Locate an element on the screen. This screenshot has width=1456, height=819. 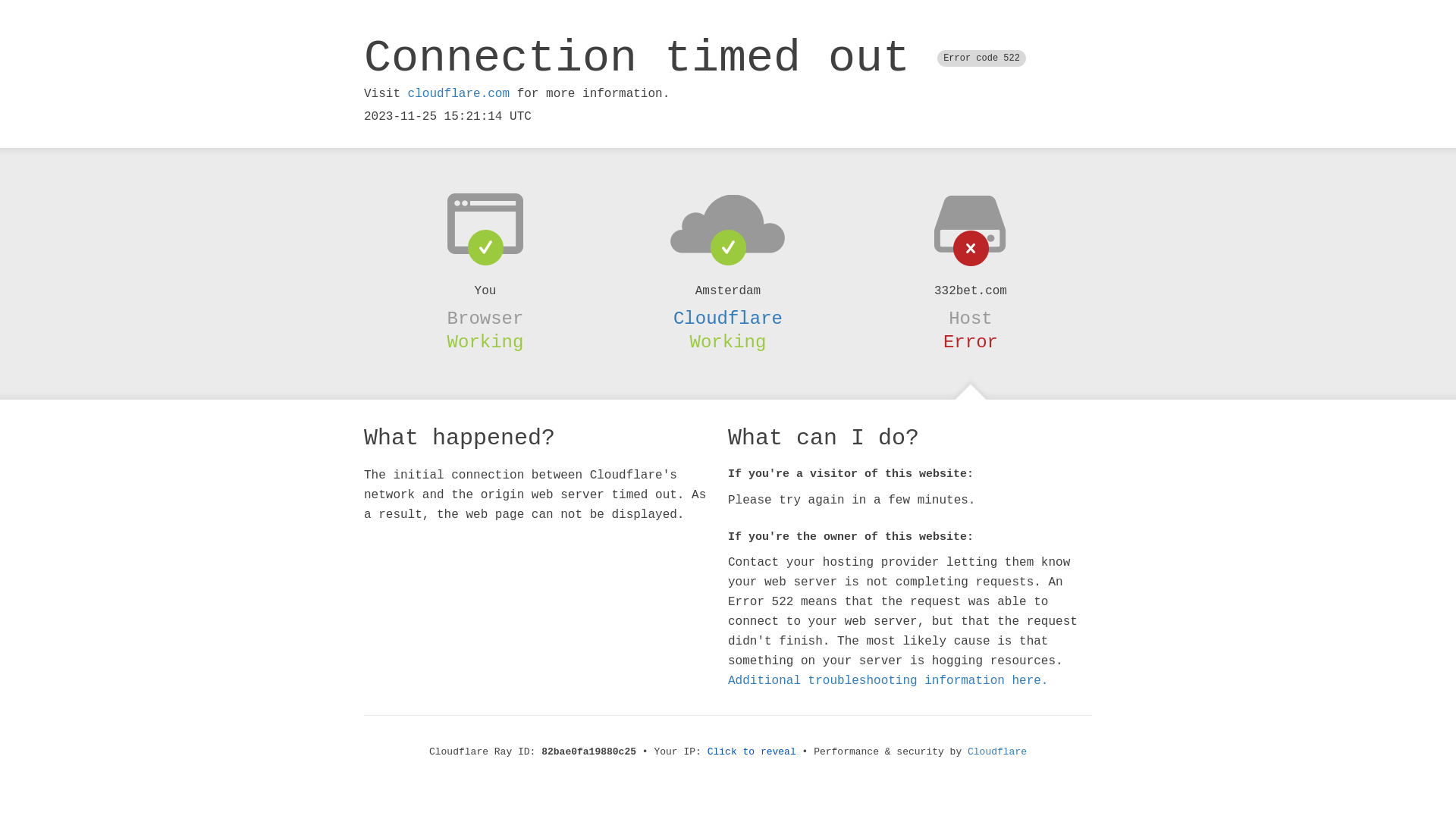
'Cloudflare' is located at coordinates (997, 752).